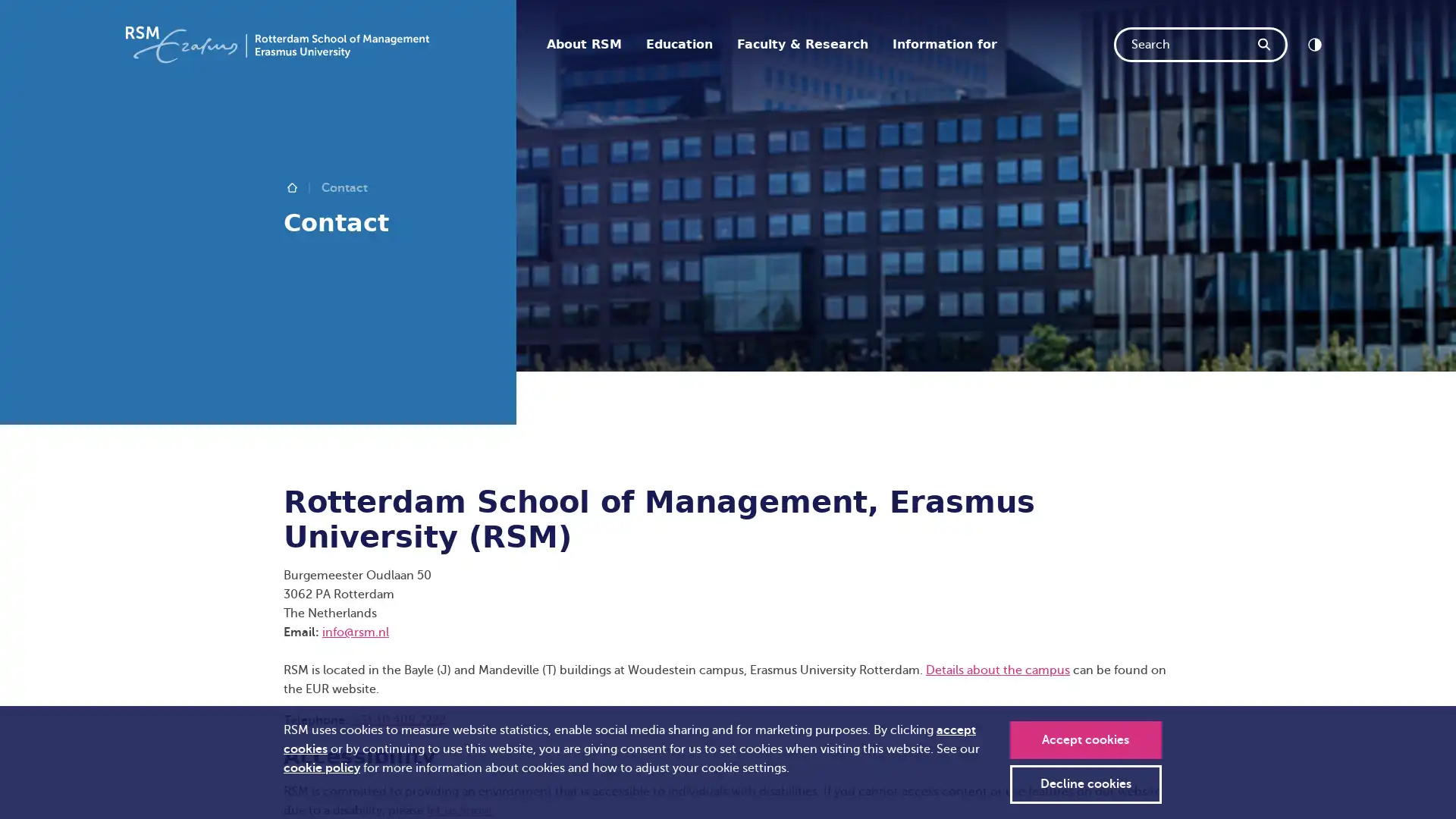 The image size is (1456, 819). What do you see at coordinates (1313, 43) in the screenshot?
I see `Click to set high contrast Contrast off` at bounding box center [1313, 43].